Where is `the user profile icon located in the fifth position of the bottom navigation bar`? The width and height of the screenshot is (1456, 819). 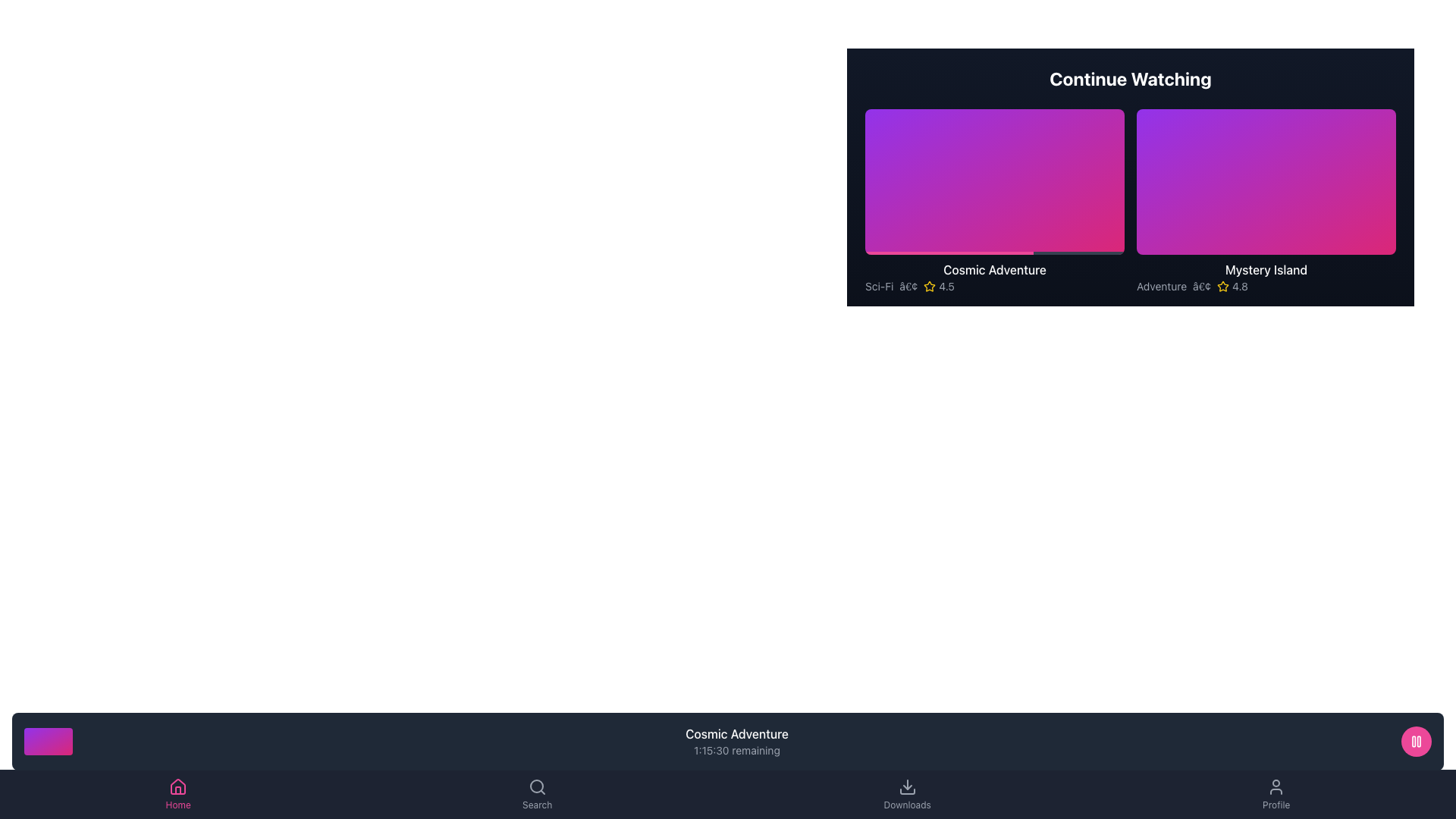
the user profile icon located in the fifth position of the bottom navigation bar is located at coordinates (1276, 786).